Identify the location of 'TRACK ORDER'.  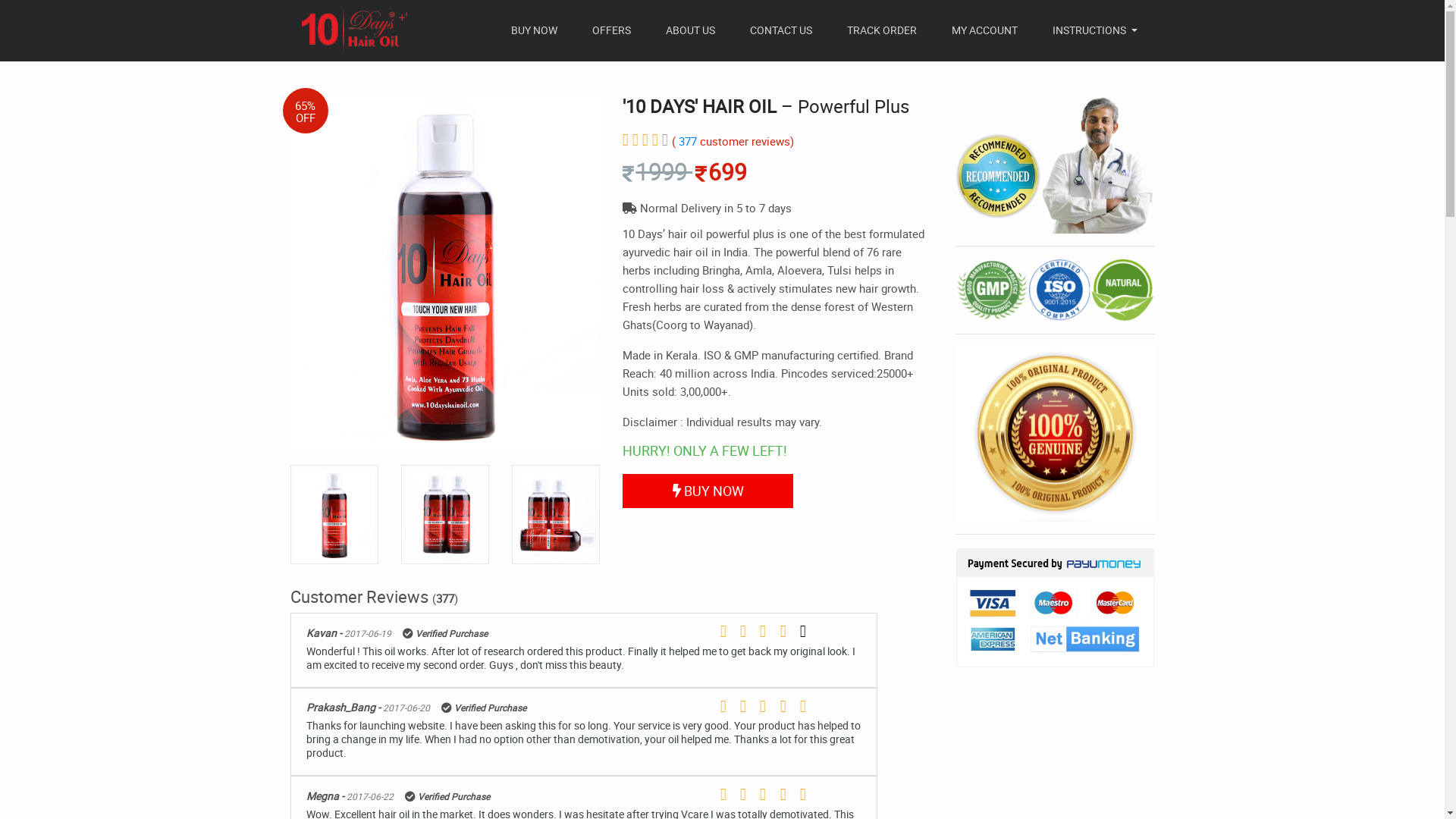
(881, 30).